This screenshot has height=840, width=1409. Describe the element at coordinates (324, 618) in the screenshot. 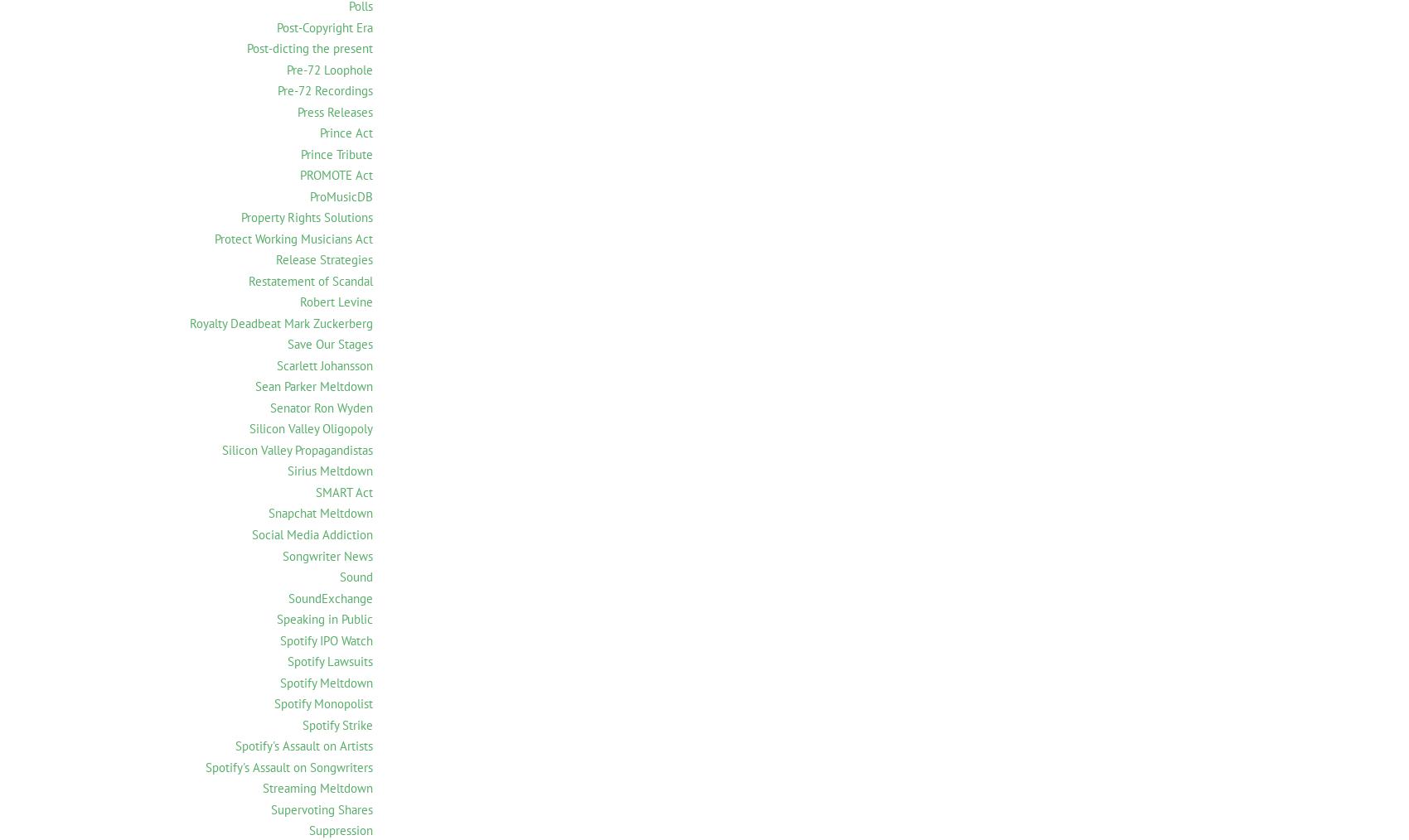

I see `'Speaking in Public'` at that location.